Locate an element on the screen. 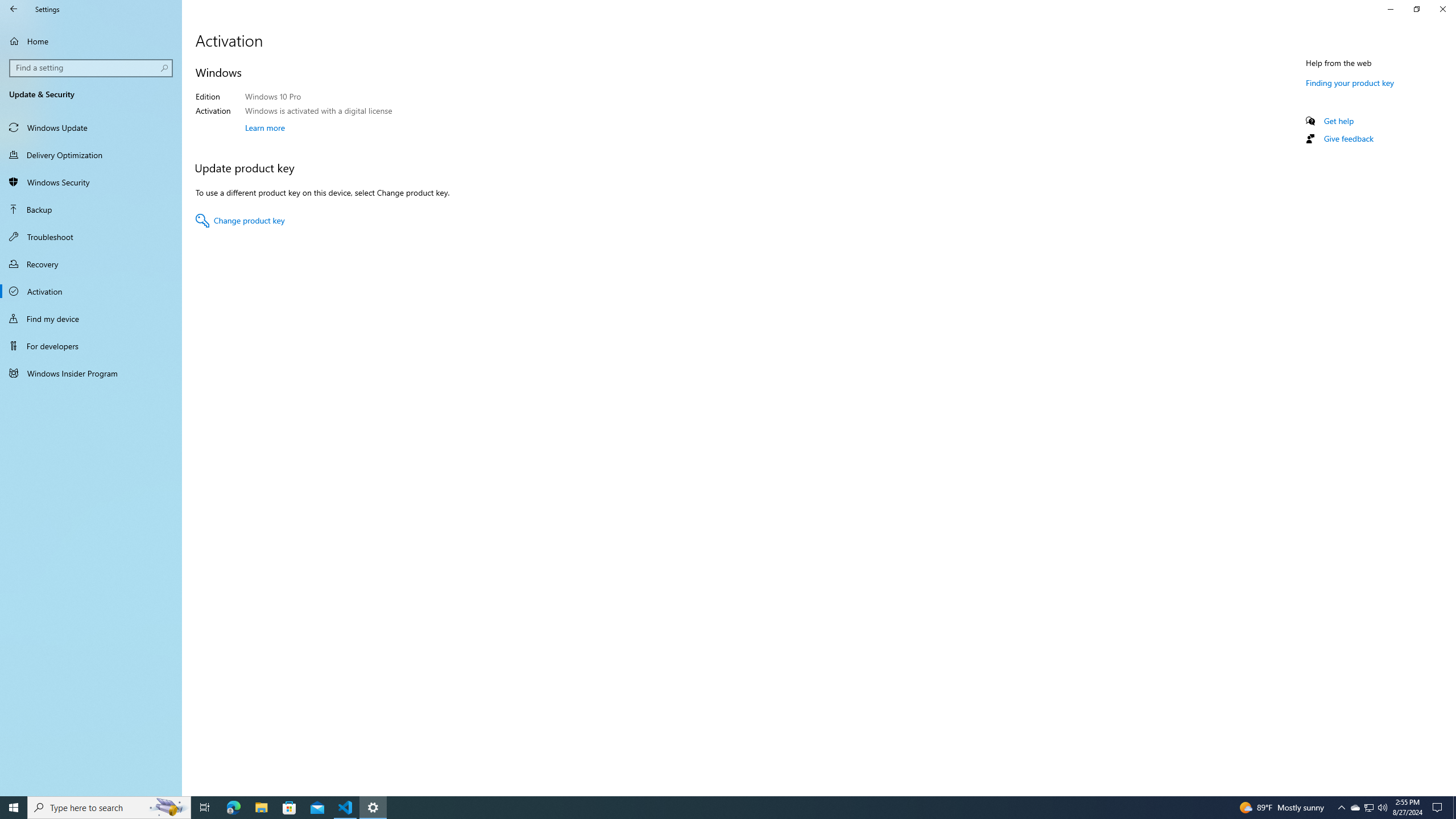 Image resolution: width=1456 pixels, height=819 pixels. 'For developers' is located at coordinates (90, 346).